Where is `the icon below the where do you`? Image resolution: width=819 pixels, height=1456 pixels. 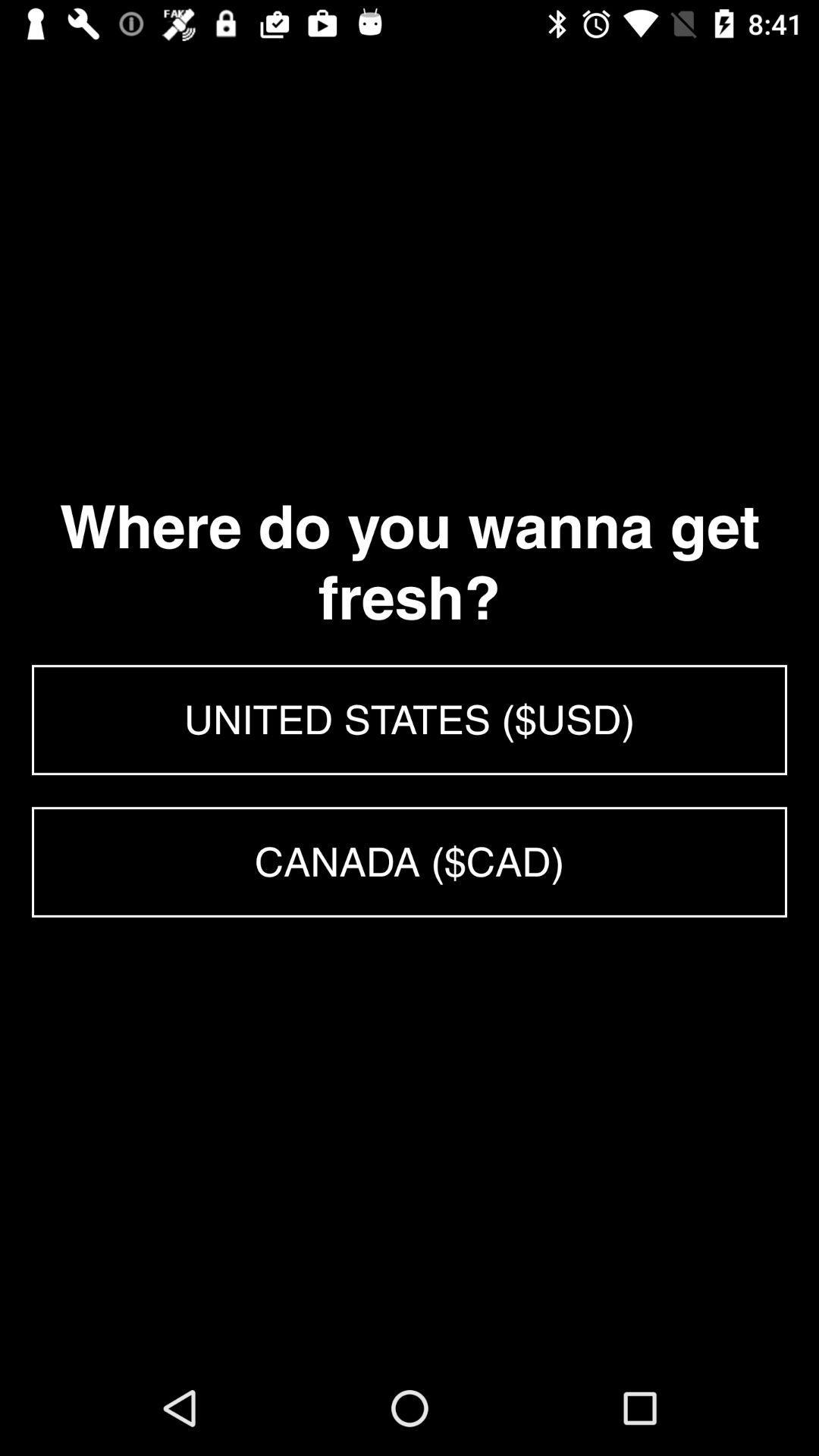 the icon below the where do you is located at coordinates (409, 719).